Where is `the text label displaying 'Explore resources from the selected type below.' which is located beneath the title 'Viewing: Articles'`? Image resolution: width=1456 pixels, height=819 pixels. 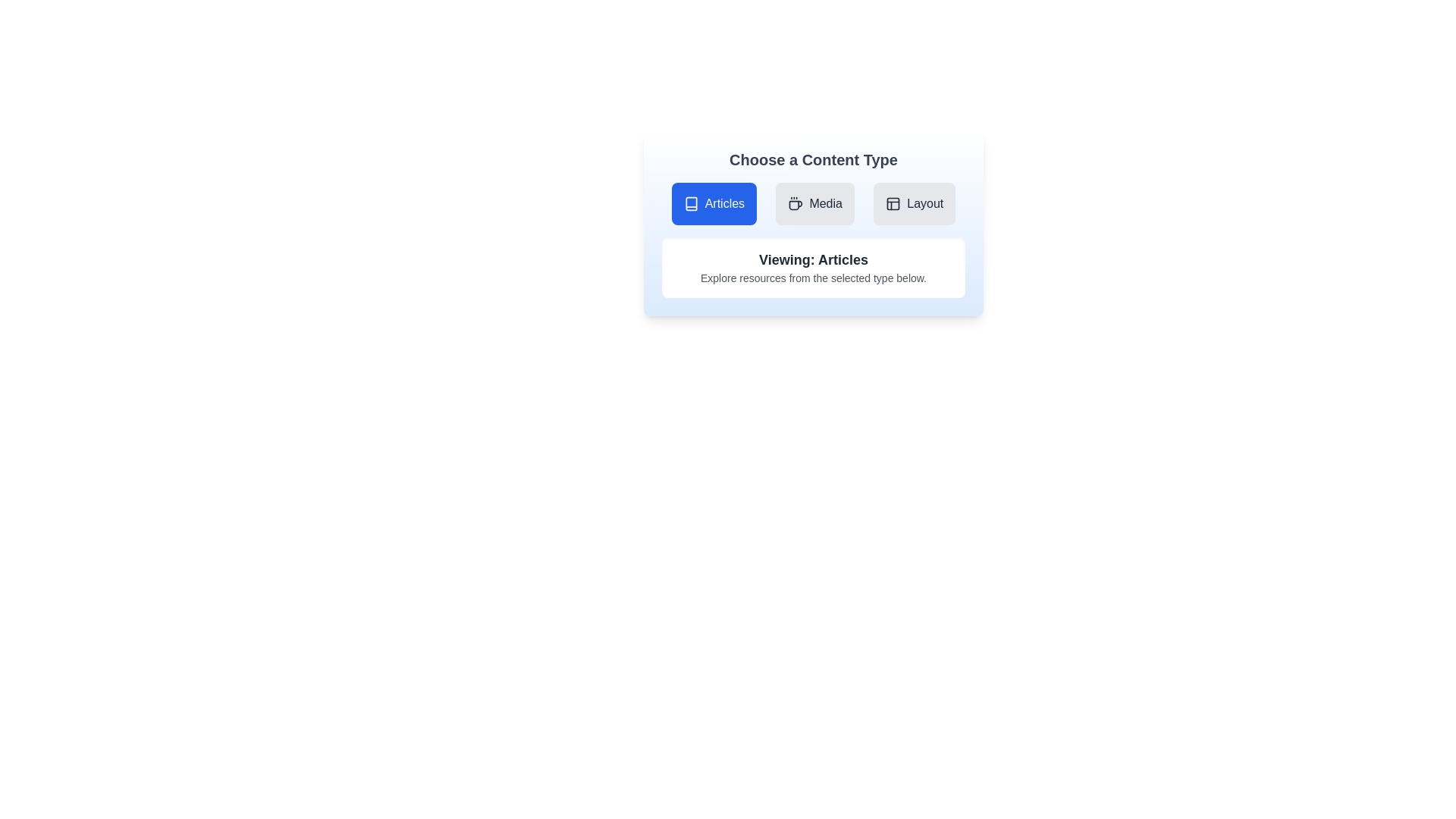
the text label displaying 'Explore resources from the selected type below.' which is located beneath the title 'Viewing: Articles' is located at coordinates (813, 278).